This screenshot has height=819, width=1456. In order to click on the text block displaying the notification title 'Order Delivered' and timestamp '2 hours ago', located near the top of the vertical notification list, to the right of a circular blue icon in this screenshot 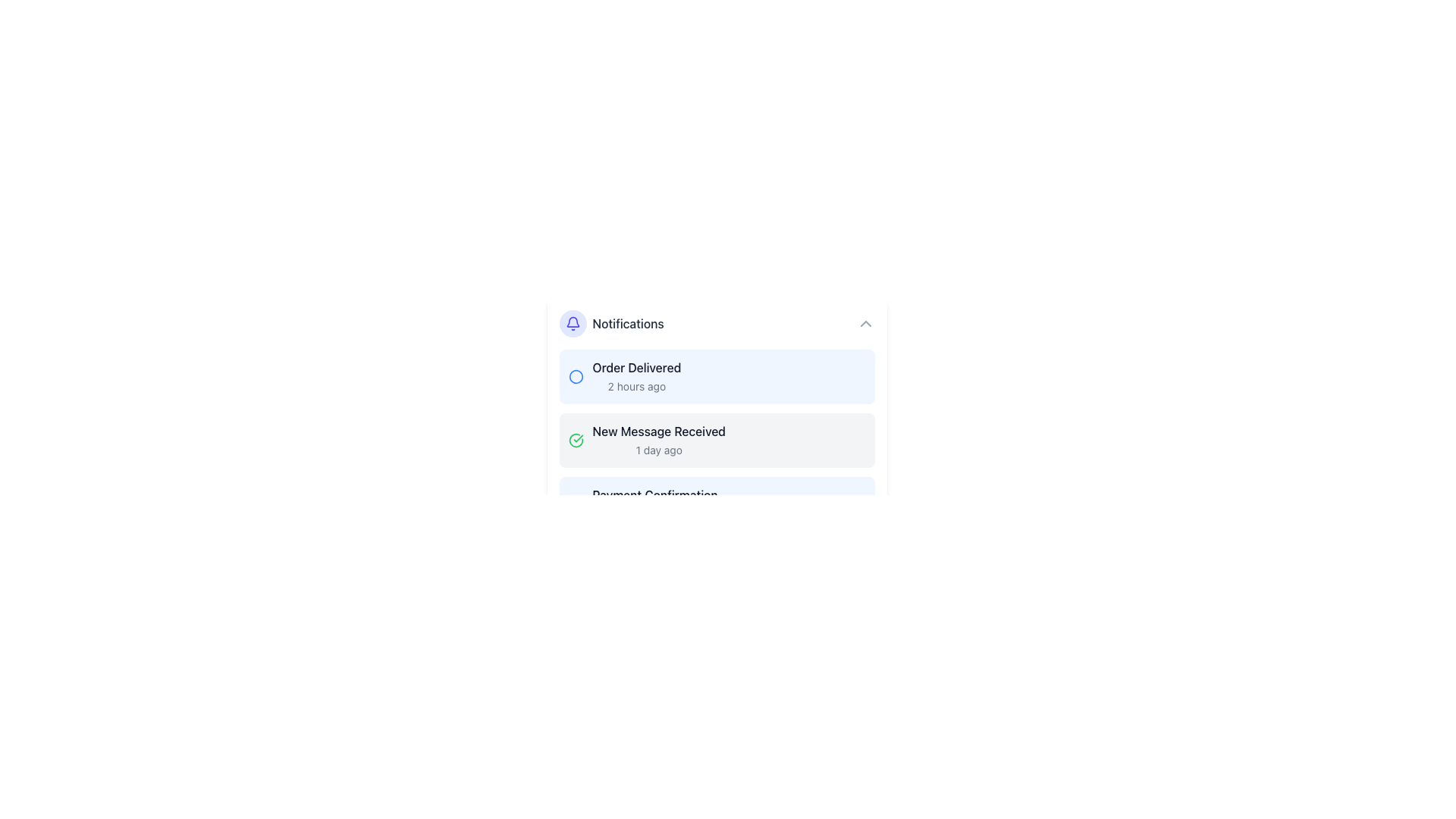, I will do `click(636, 376)`.